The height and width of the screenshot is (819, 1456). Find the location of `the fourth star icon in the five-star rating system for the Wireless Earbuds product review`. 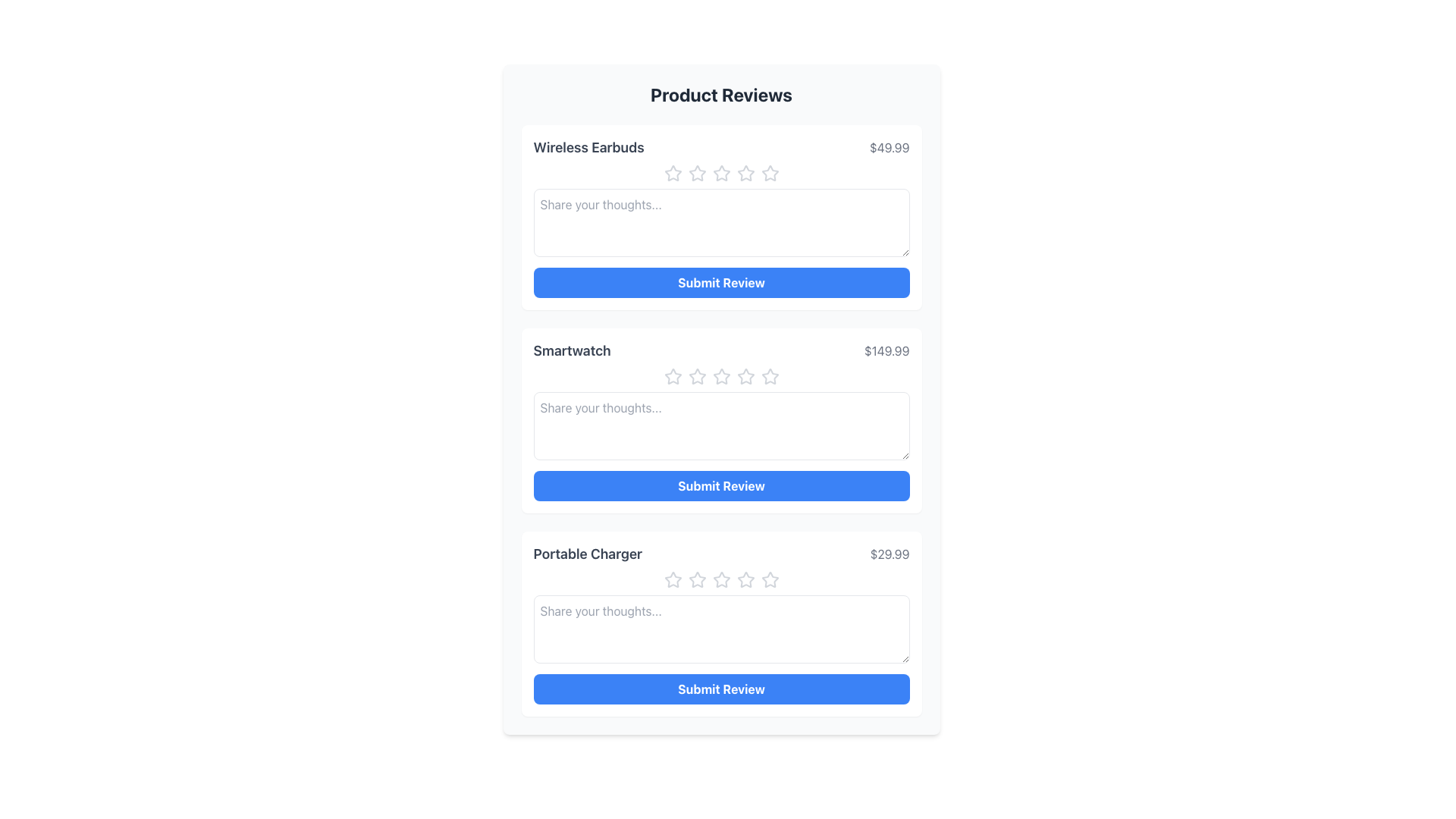

the fourth star icon in the five-star rating system for the Wireless Earbuds product review is located at coordinates (745, 172).